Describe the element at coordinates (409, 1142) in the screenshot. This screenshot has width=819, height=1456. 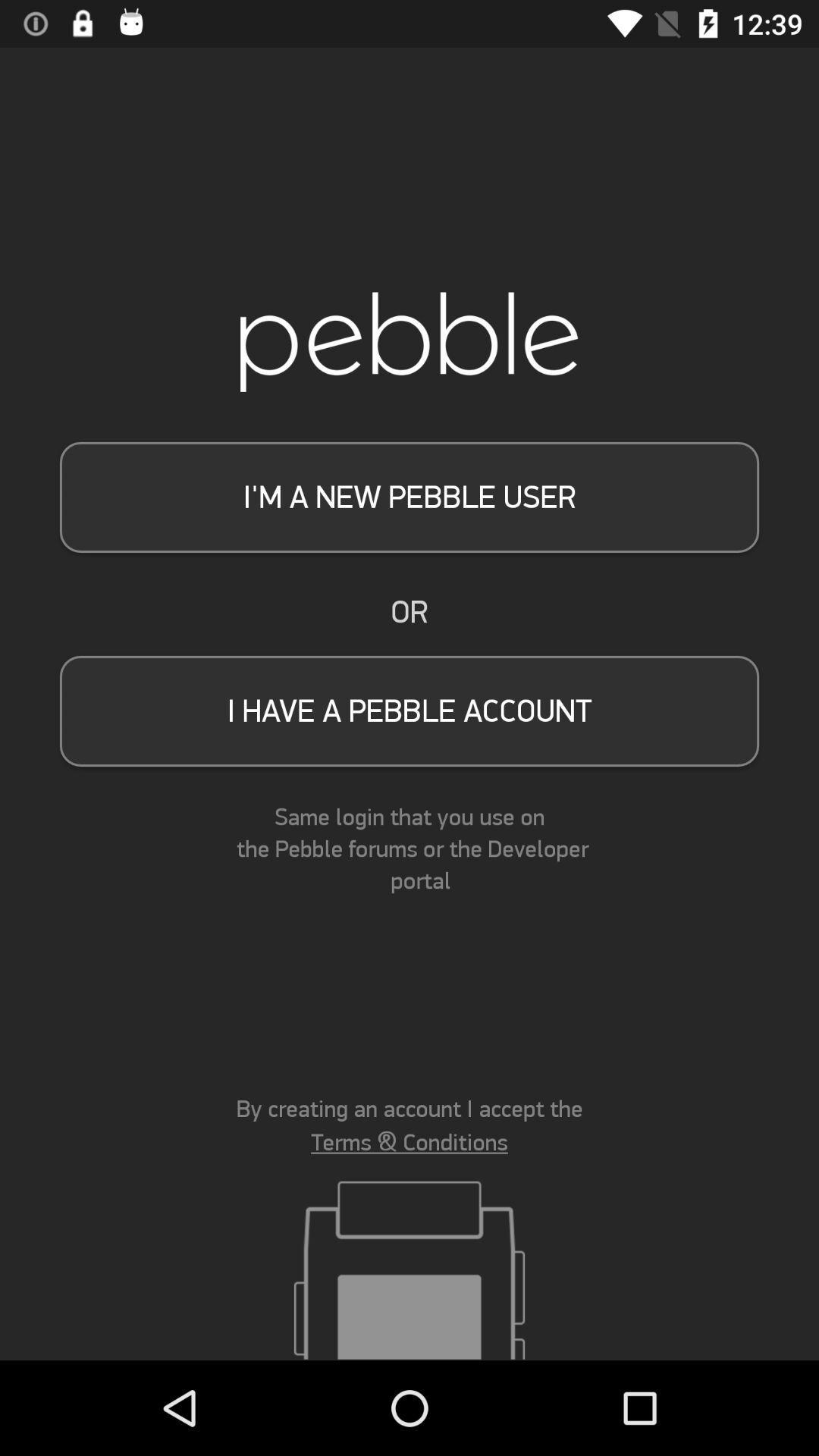
I see `the icon below by creating an` at that location.